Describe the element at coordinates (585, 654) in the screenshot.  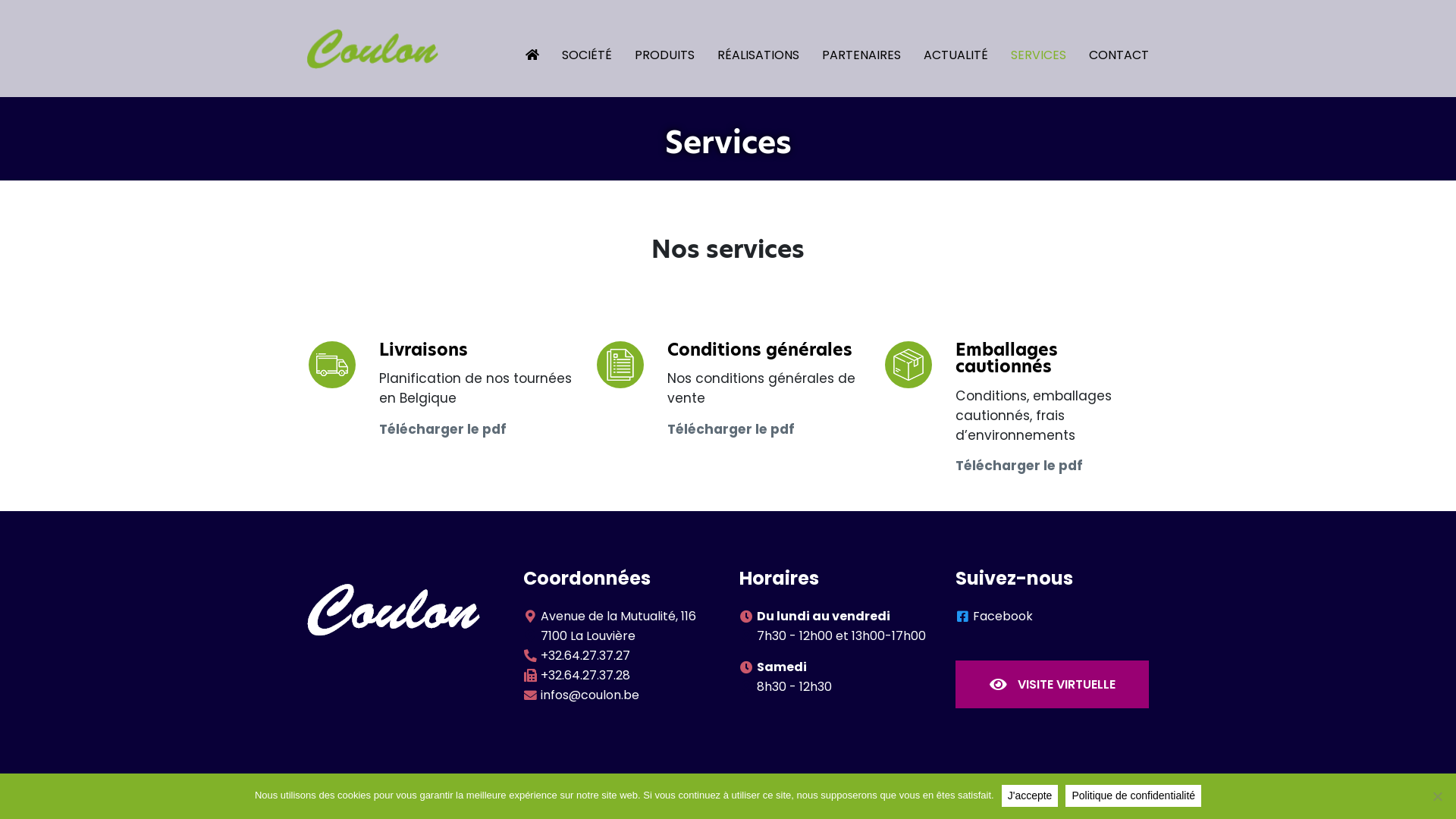
I see `'+32.64.27.37.27'` at that location.